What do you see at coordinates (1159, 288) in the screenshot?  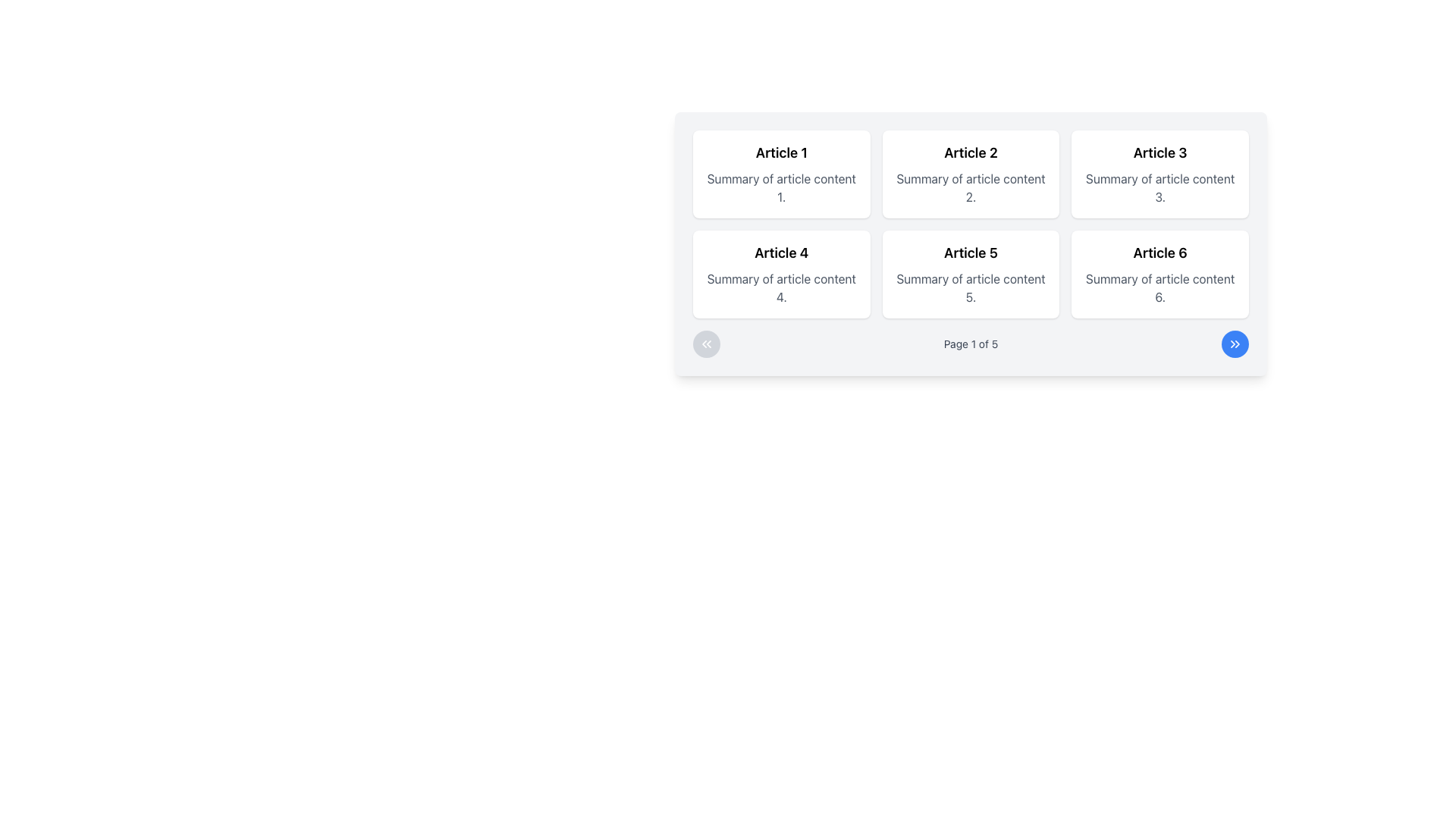 I see `secondary text block that reads 'Summary of article content 6.' located beneath the title 'Article 6' in the bottom right card of a 2x3 grid` at bounding box center [1159, 288].